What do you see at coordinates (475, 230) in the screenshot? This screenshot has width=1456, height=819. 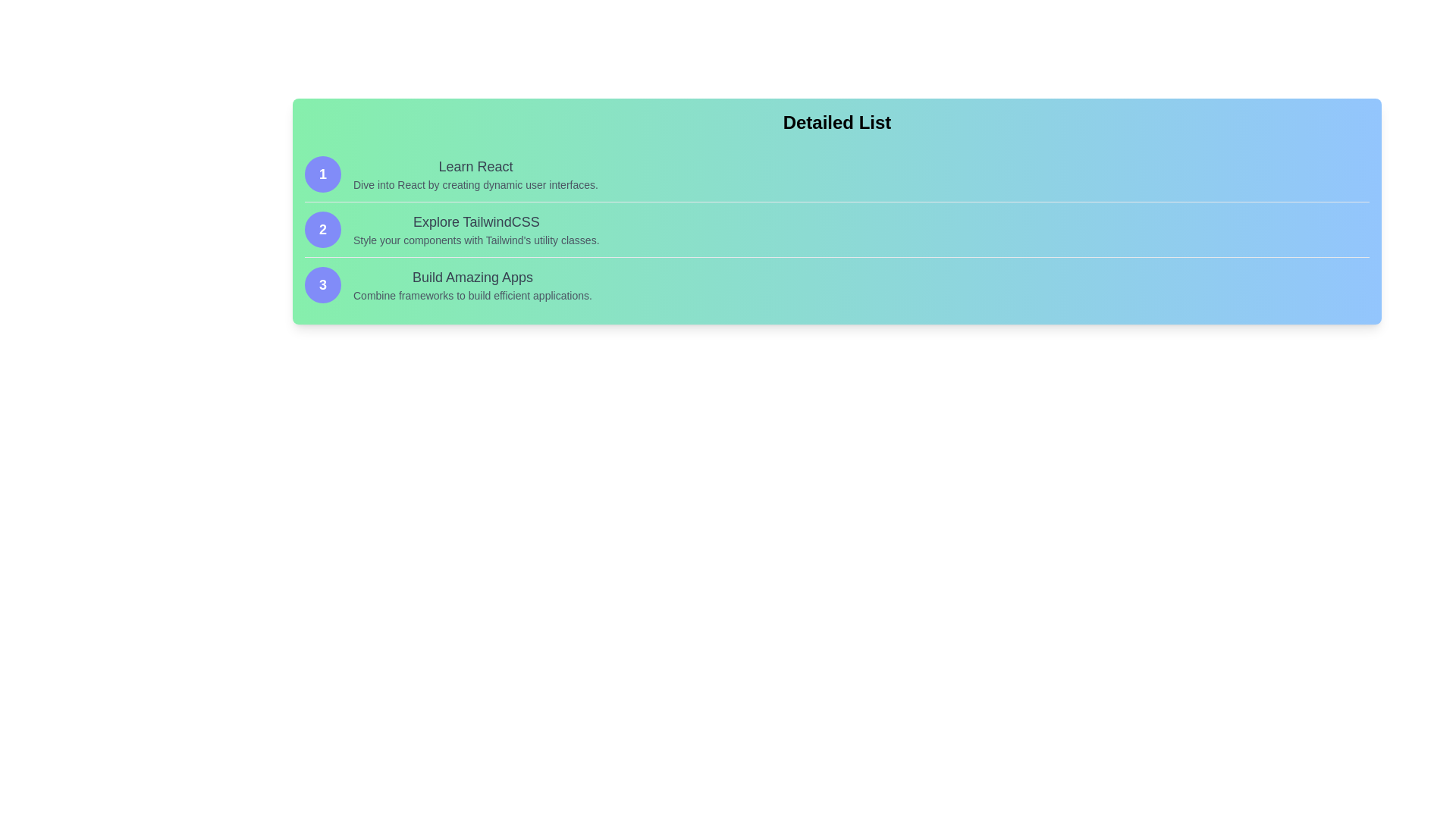 I see `the Informative Text Block containing the heading 'Explore TailwindCSS' and the description 'Style your components with Tailwind's utility classes' for reading` at bounding box center [475, 230].